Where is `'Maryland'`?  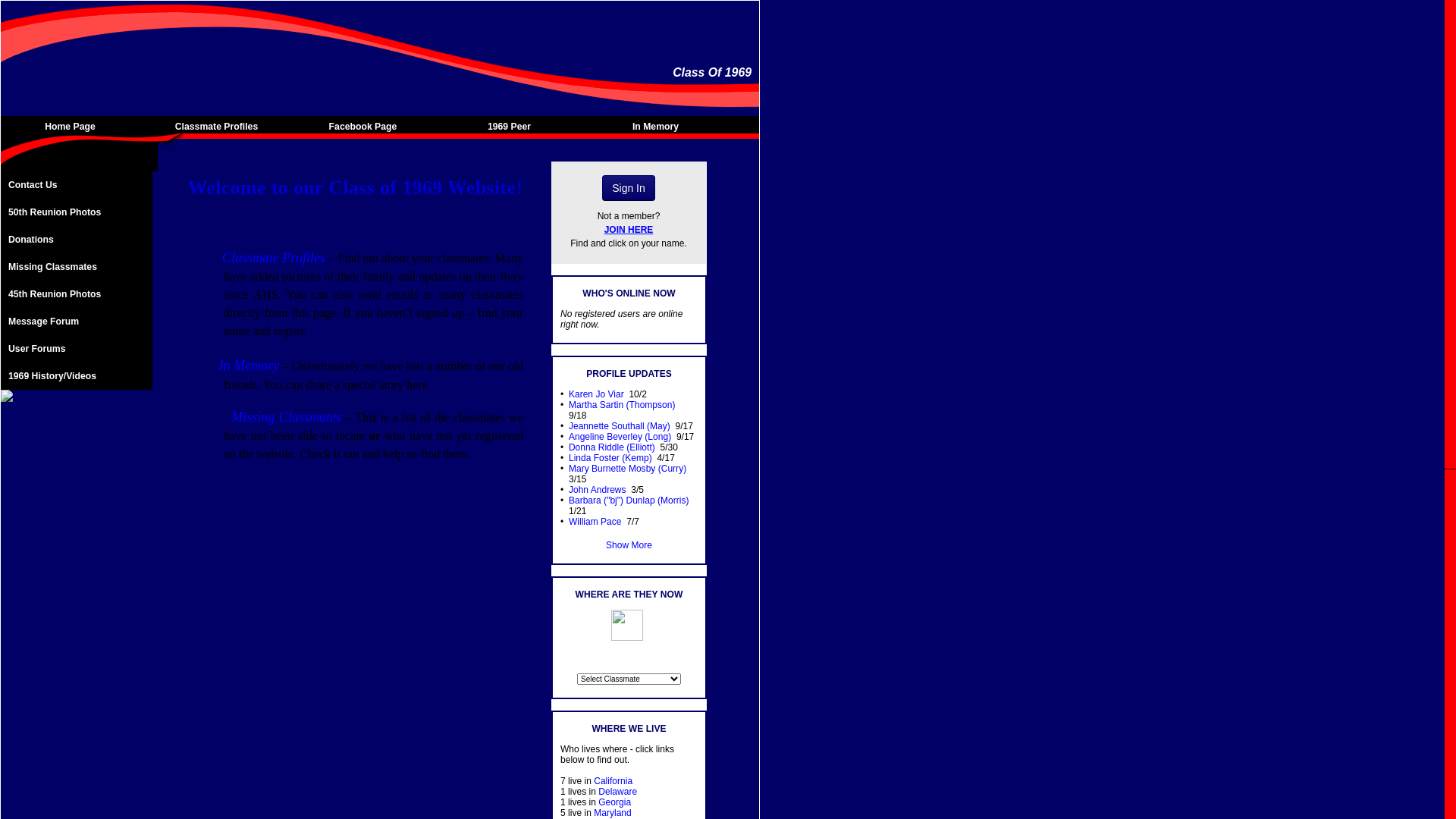 'Maryland' is located at coordinates (592, 812).